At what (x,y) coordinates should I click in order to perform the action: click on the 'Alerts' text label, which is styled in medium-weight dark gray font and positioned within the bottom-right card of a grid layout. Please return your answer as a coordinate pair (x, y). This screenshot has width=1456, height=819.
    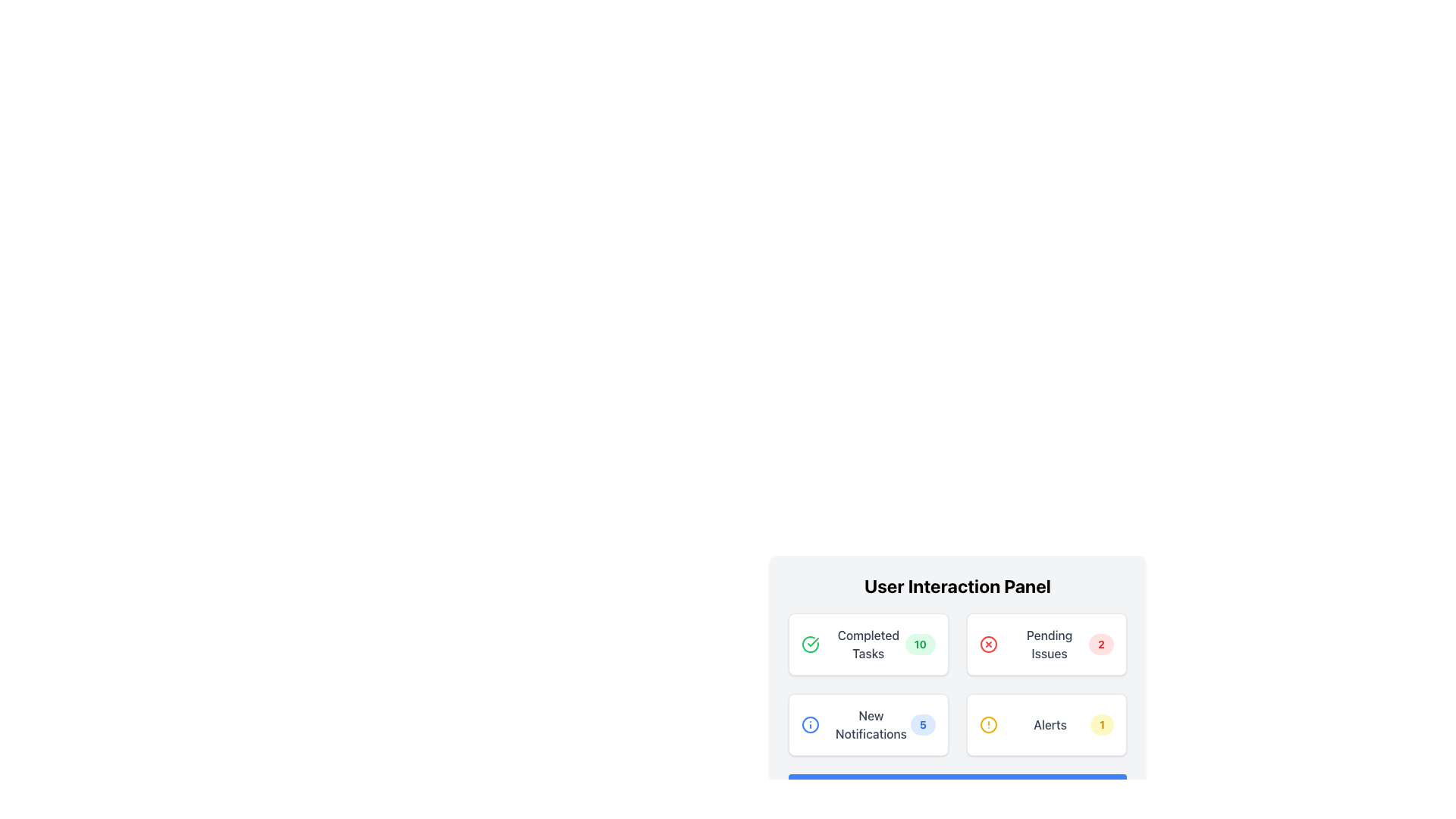
    Looking at the image, I should click on (1049, 724).